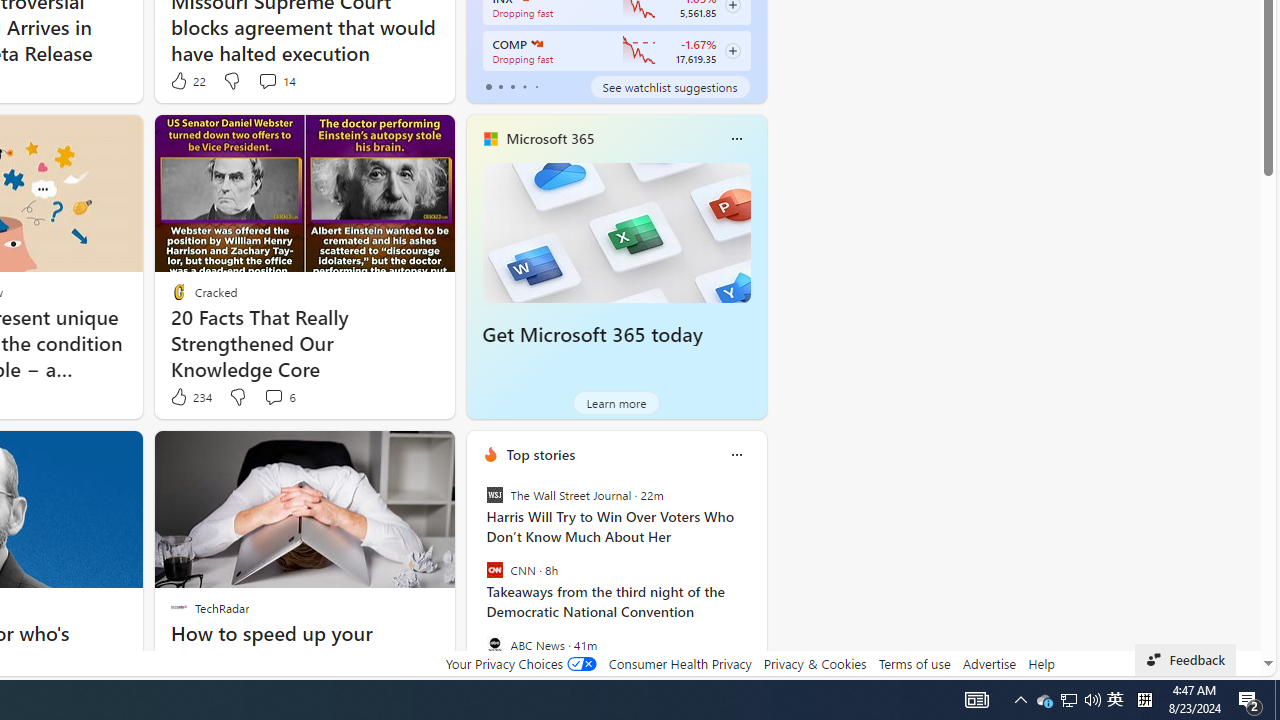  What do you see at coordinates (190, 397) in the screenshot?
I see `'234 Like'` at bounding box center [190, 397].